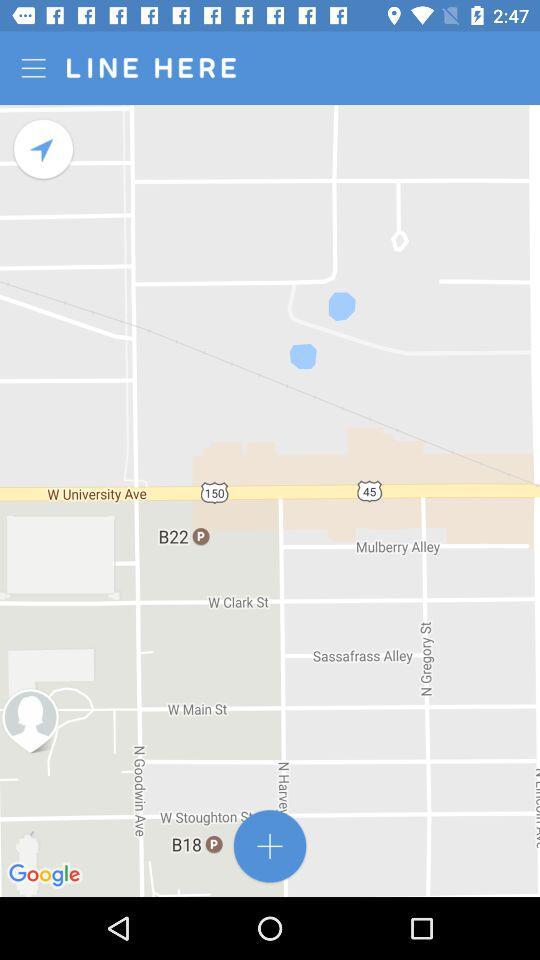 This screenshot has width=540, height=960. Describe the element at coordinates (44, 148) in the screenshot. I see `get directions` at that location.